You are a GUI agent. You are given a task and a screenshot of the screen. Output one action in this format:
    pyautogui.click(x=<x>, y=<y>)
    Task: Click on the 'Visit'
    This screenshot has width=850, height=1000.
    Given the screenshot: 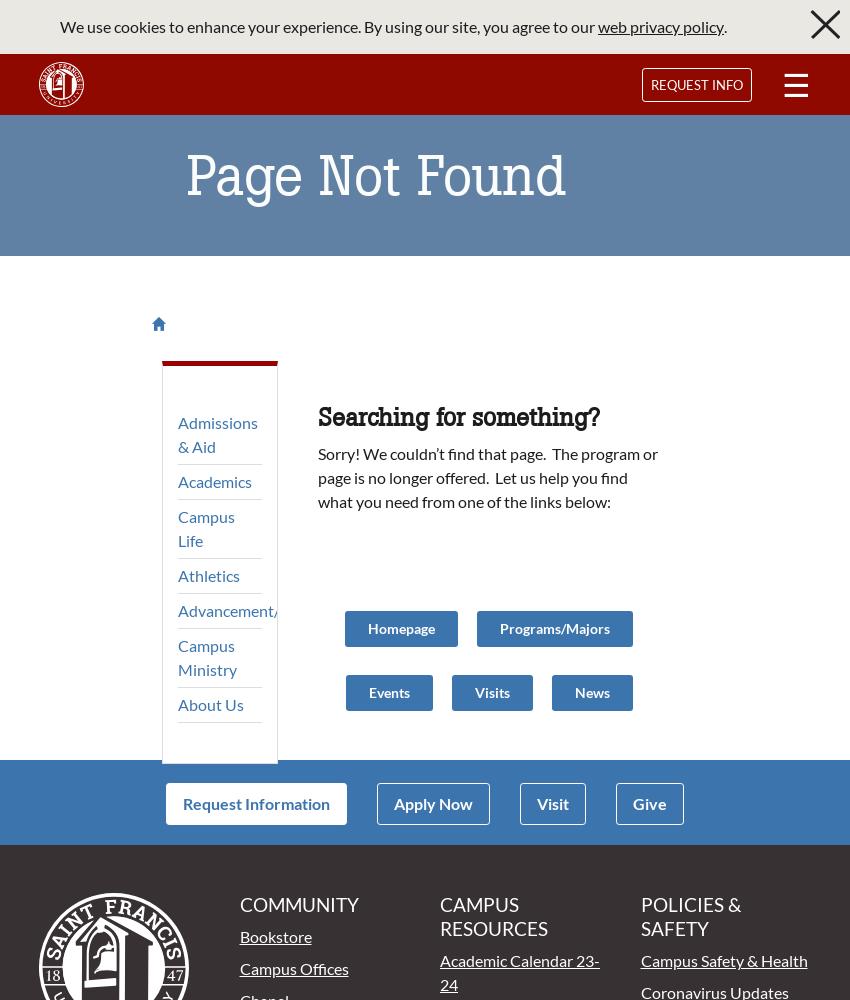 What is the action you would take?
    pyautogui.click(x=552, y=803)
    